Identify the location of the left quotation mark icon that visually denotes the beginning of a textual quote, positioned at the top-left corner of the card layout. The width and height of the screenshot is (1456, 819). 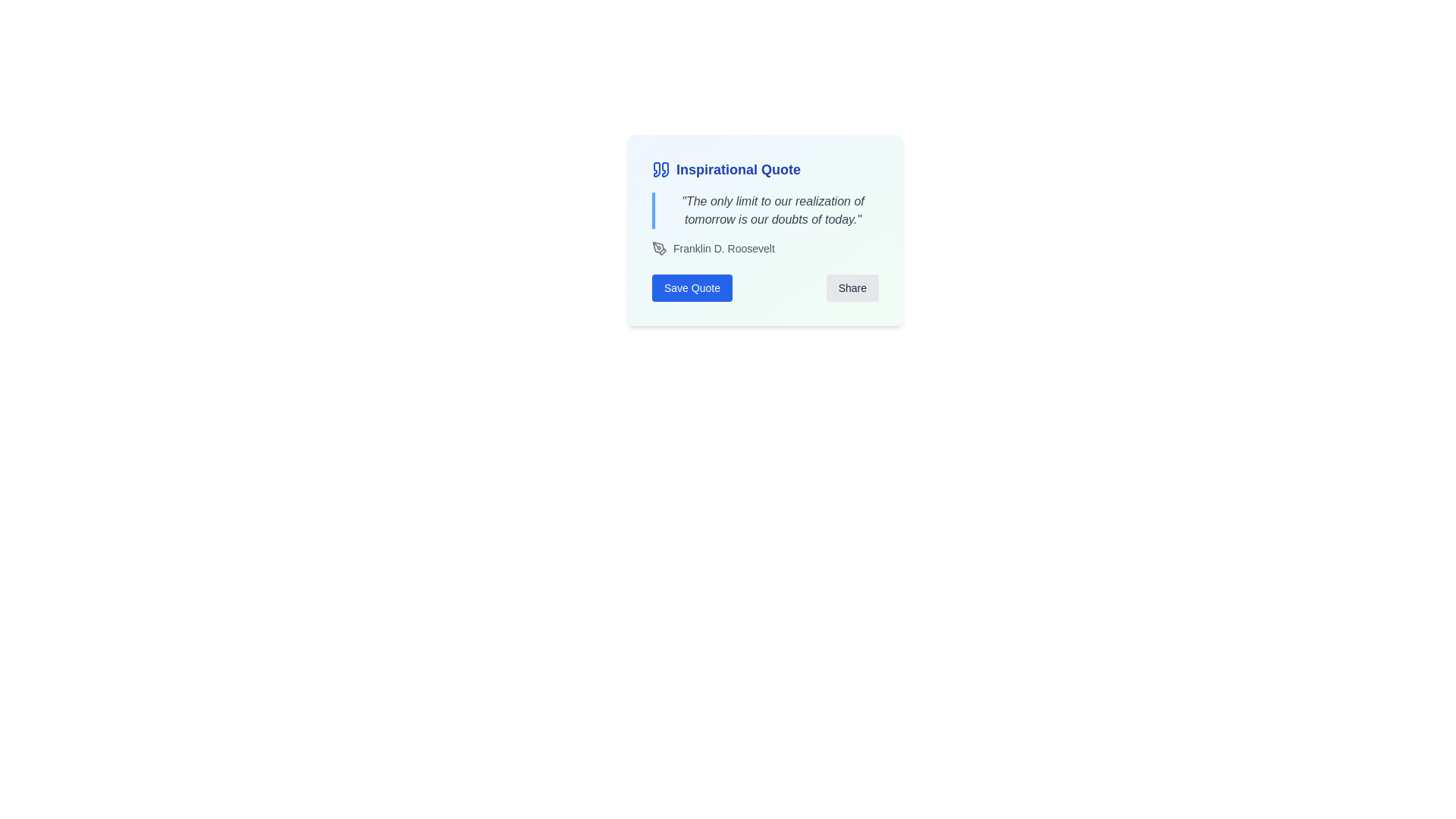
(657, 169).